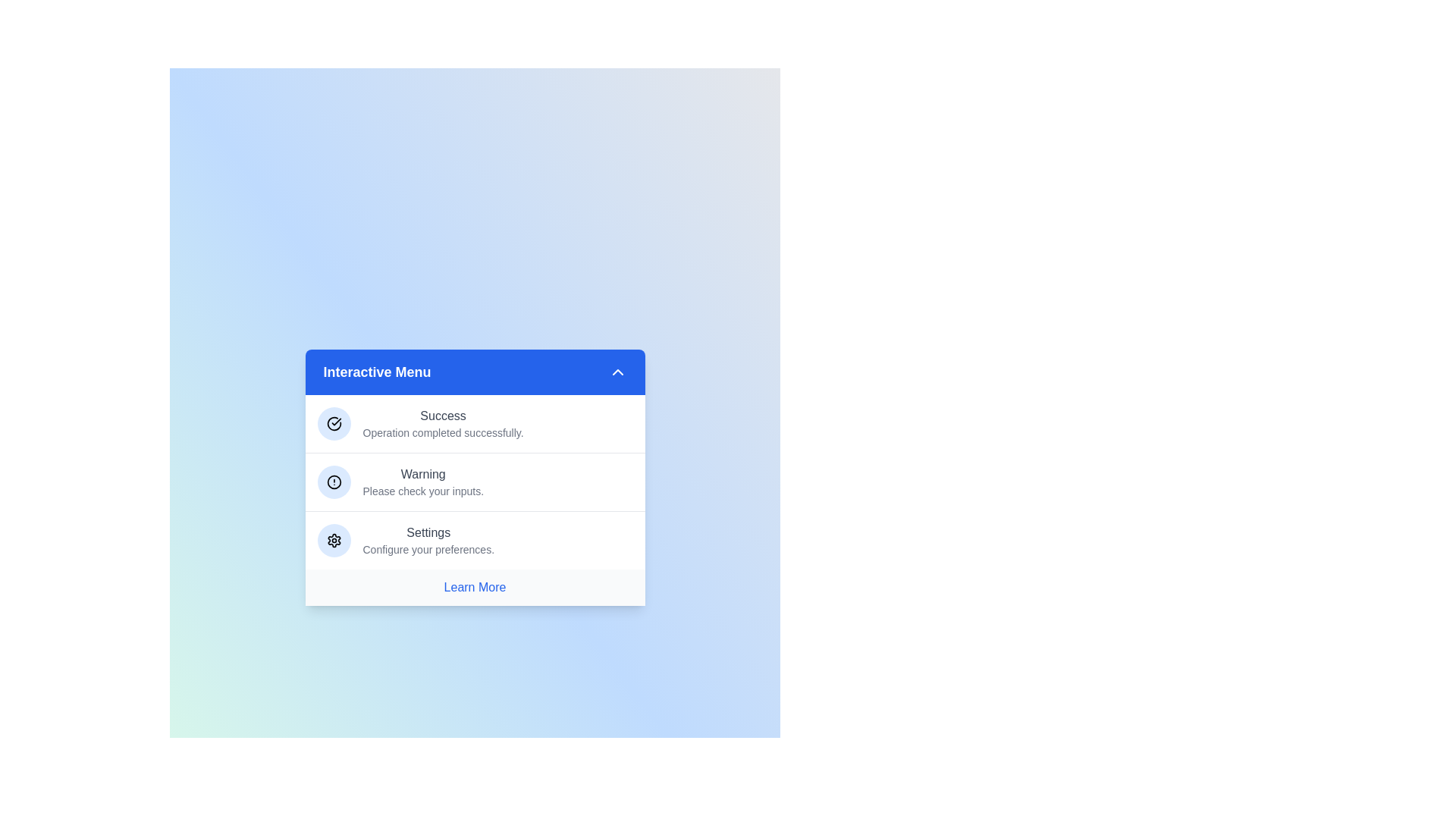 This screenshot has width=1456, height=819. I want to click on the menu item labeled 'Settings', so click(474, 539).